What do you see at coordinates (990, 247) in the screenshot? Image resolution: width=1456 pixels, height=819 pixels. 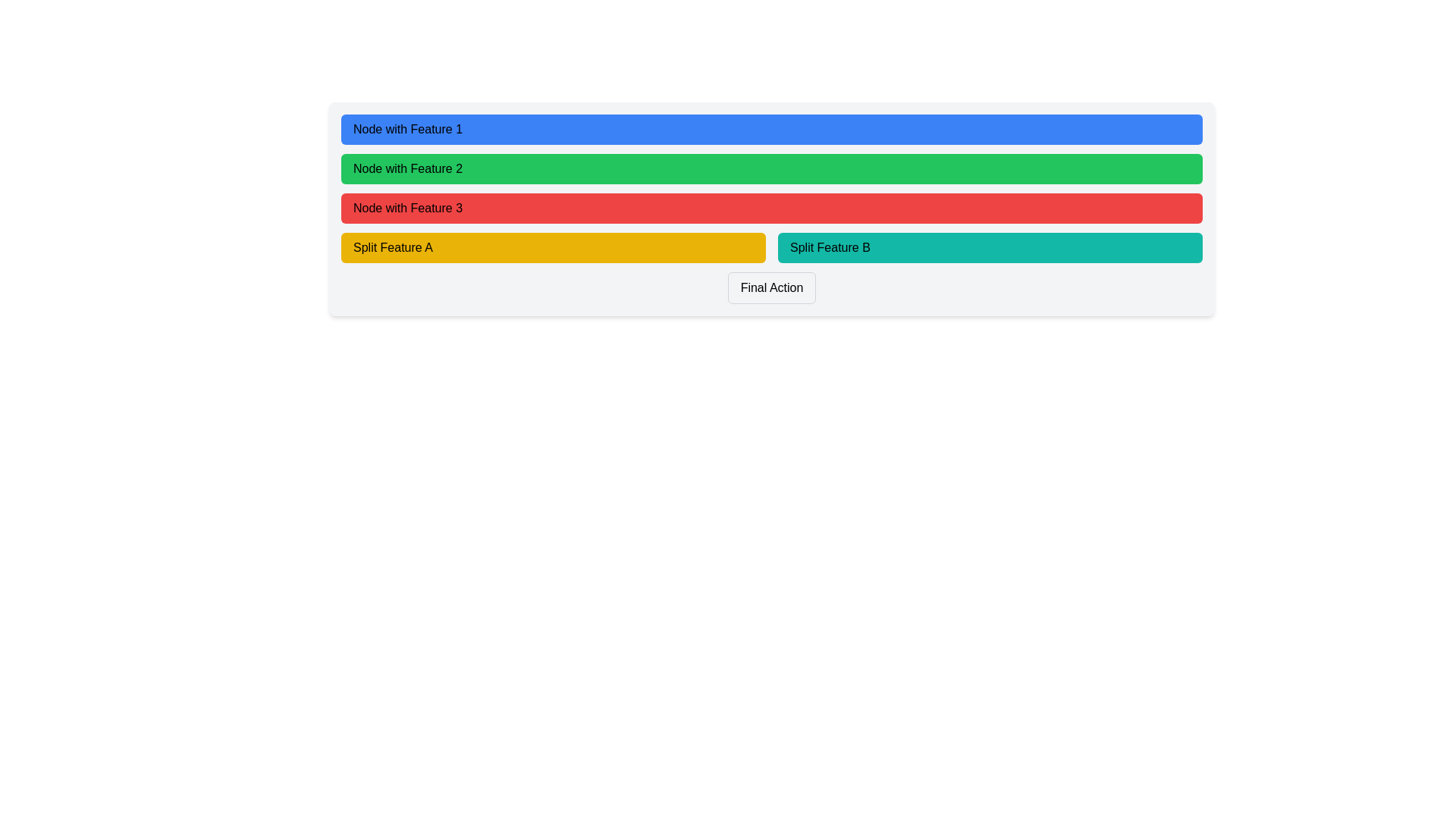 I see `the button labeled 'Split Feature B'` at bounding box center [990, 247].